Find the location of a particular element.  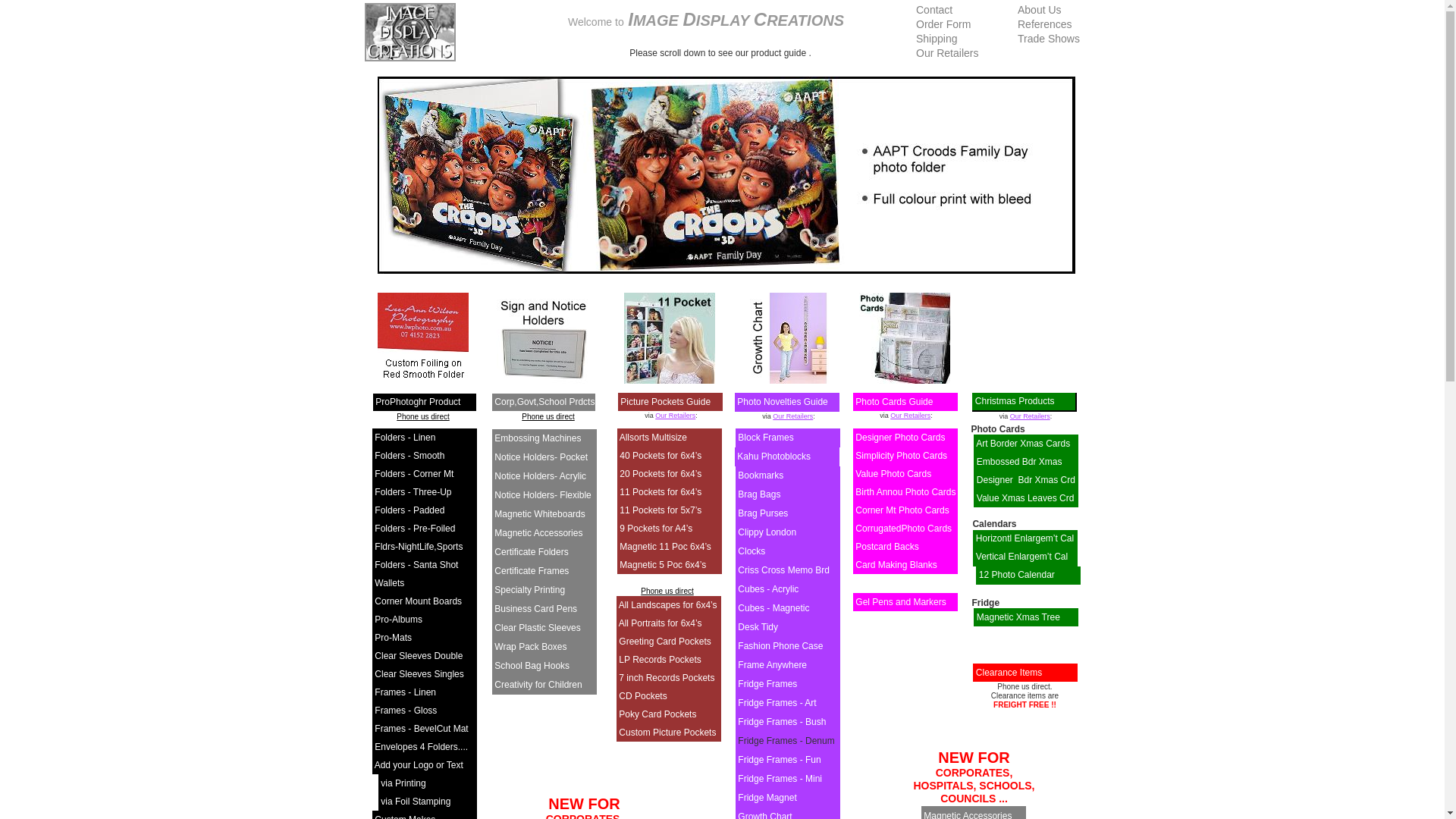

'Wallets' is located at coordinates (389, 582).